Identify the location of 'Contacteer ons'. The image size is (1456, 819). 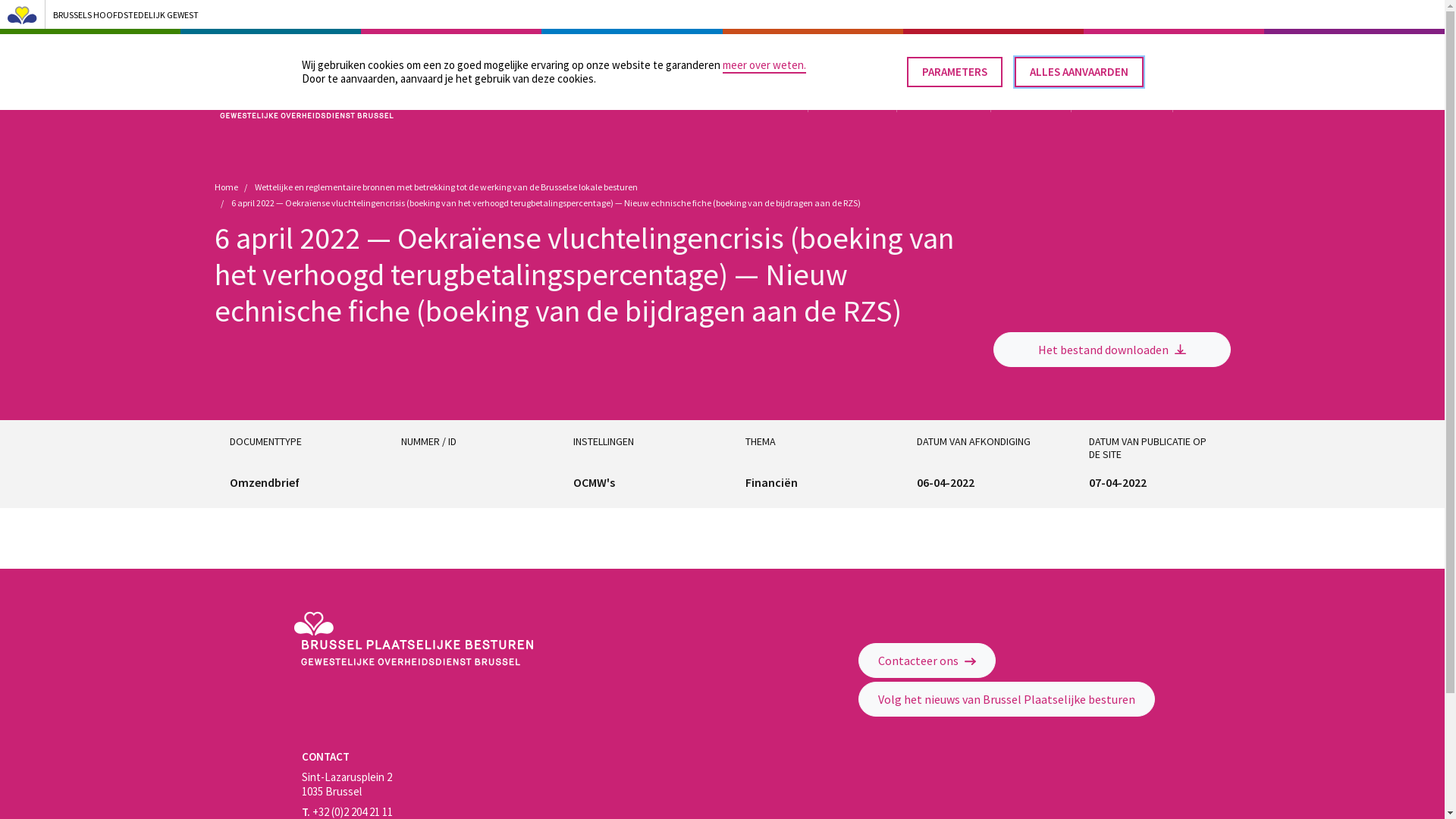
(926, 660).